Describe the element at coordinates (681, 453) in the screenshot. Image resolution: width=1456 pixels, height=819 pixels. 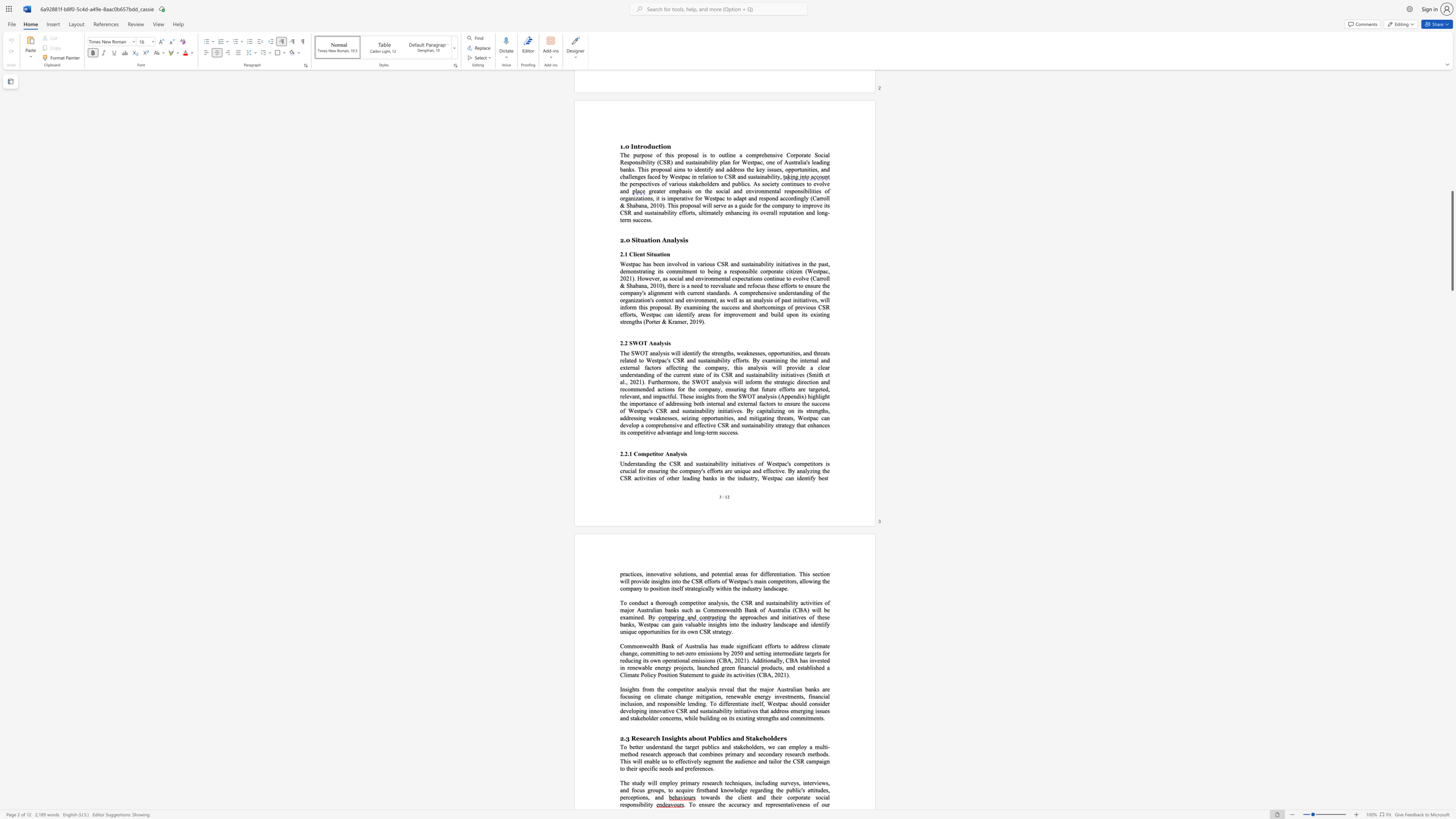
I see `the subset text "si" within the text "2.2.1 Competitor Analysis"` at that location.